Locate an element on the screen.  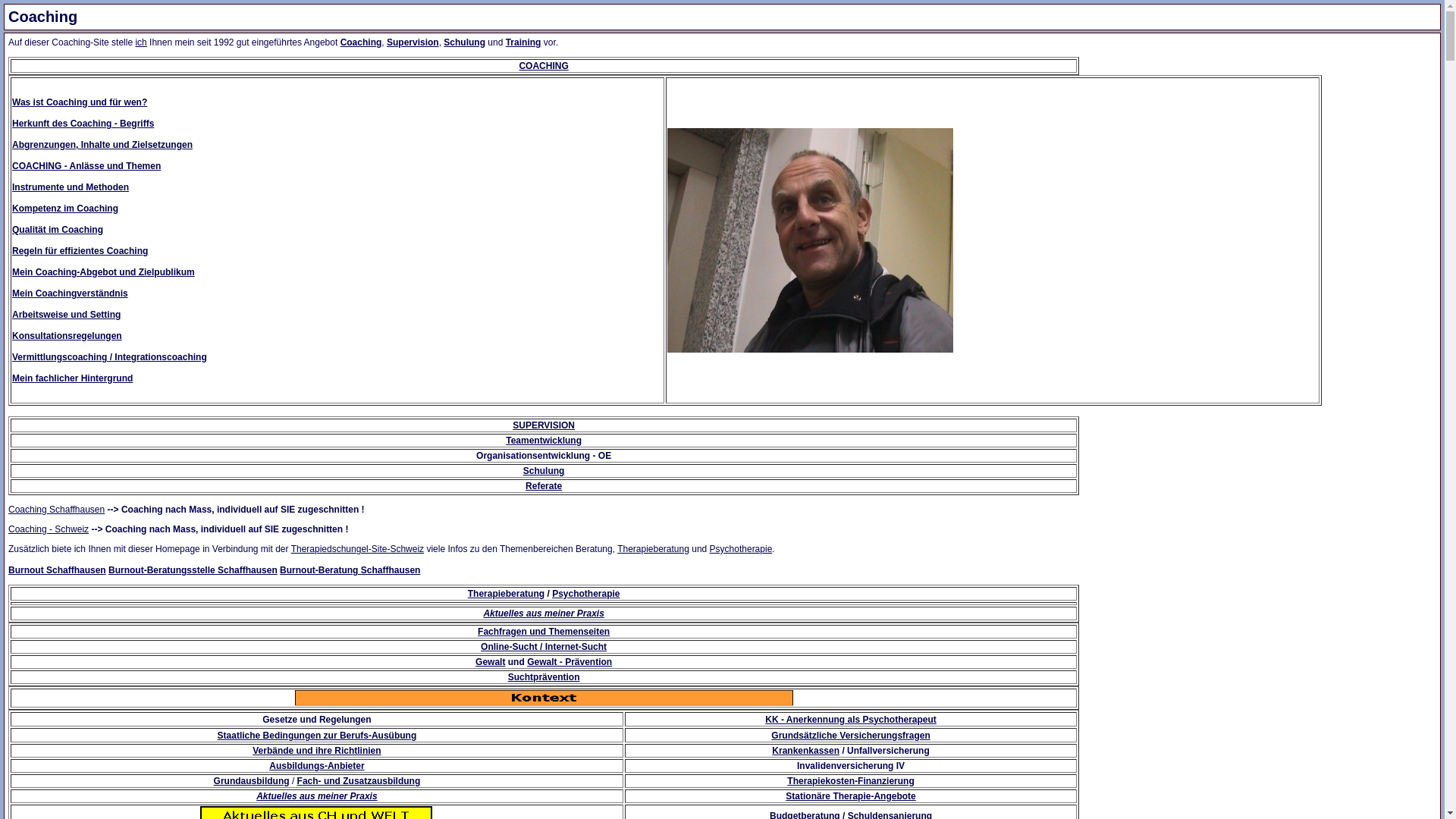
'Burnout Schaffhausen' is located at coordinates (57, 570).